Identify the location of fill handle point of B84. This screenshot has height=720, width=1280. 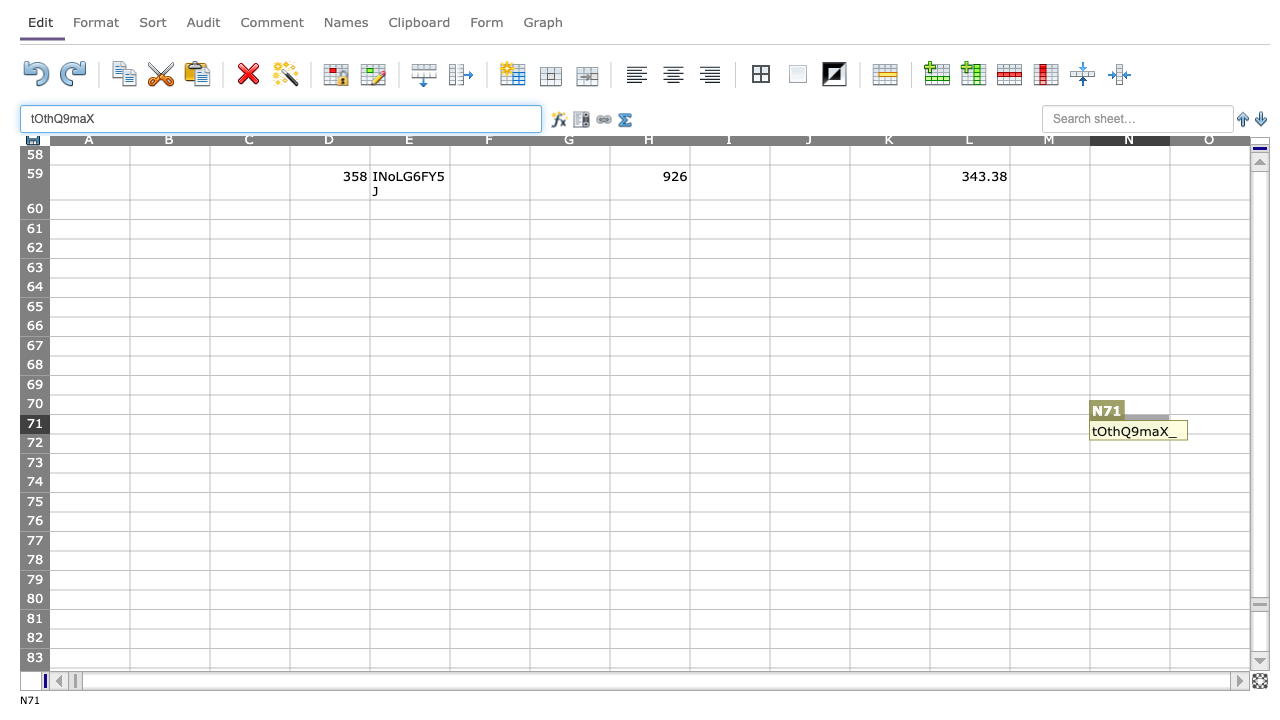
(210, 686).